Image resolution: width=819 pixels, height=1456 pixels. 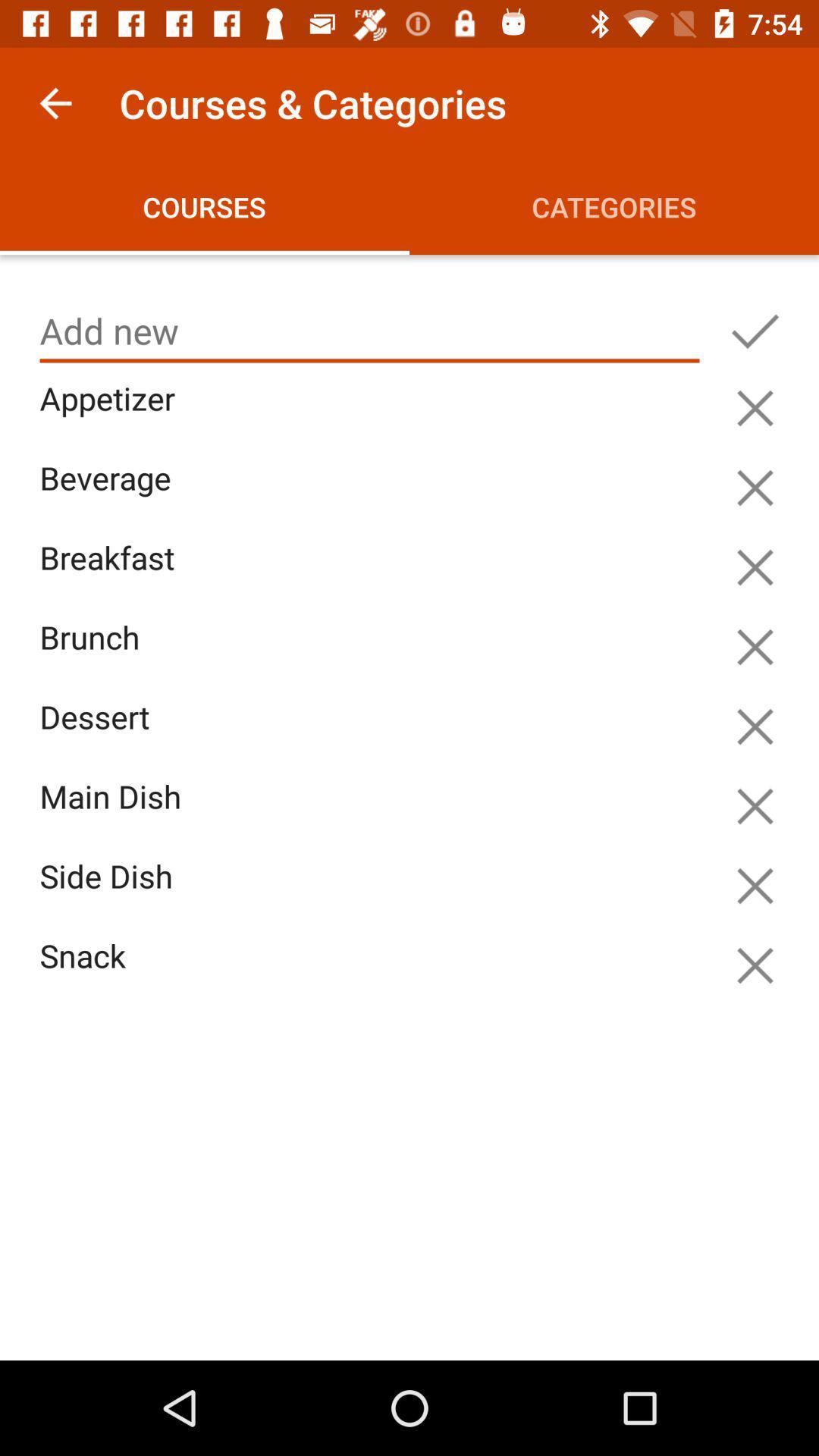 What do you see at coordinates (755, 647) in the screenshot?
I see `remove option` at bounding box center [755, 647].